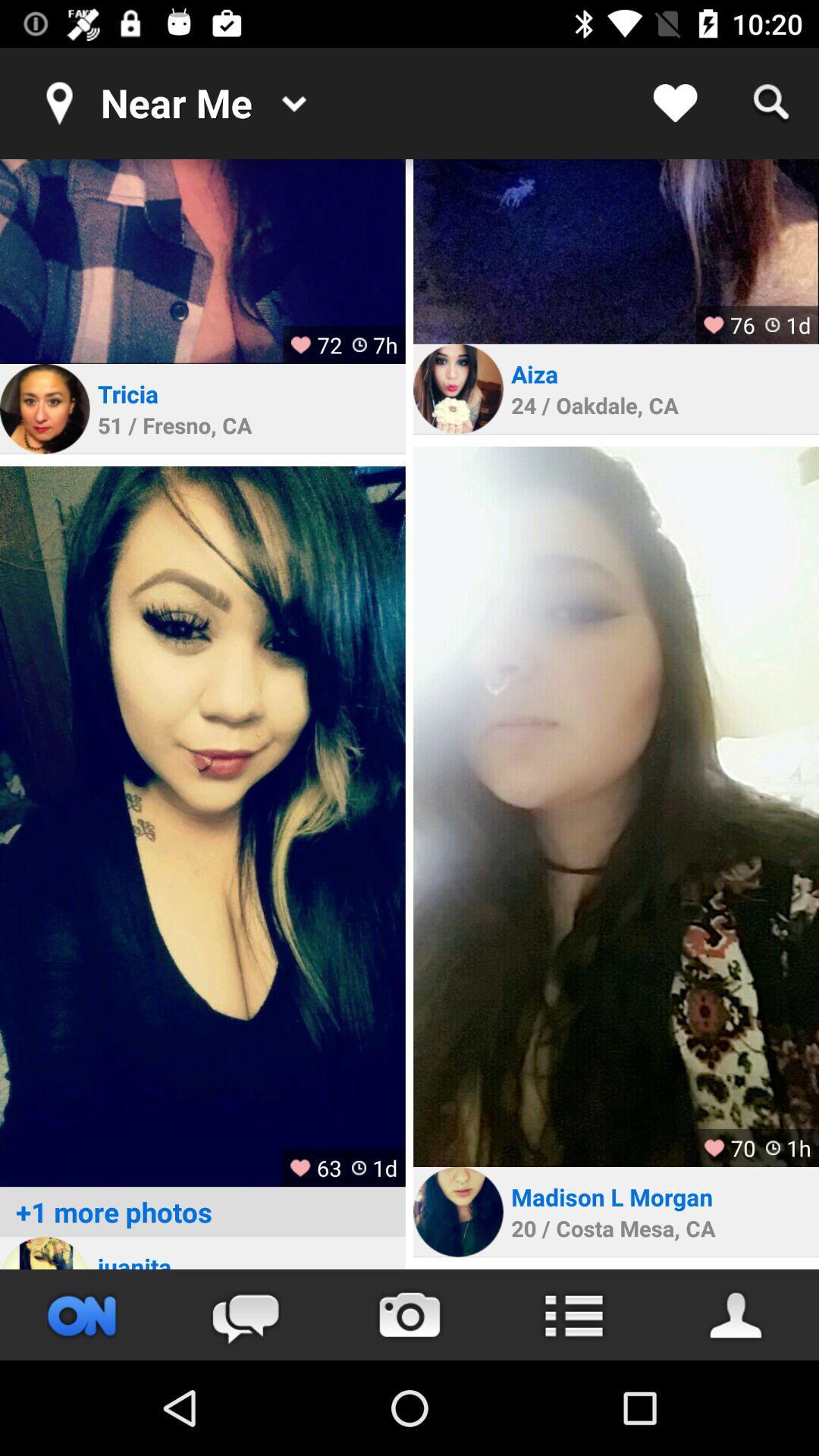 This screenshot has width=819, height=1456. I want to click on profile, so click(44, 1253).